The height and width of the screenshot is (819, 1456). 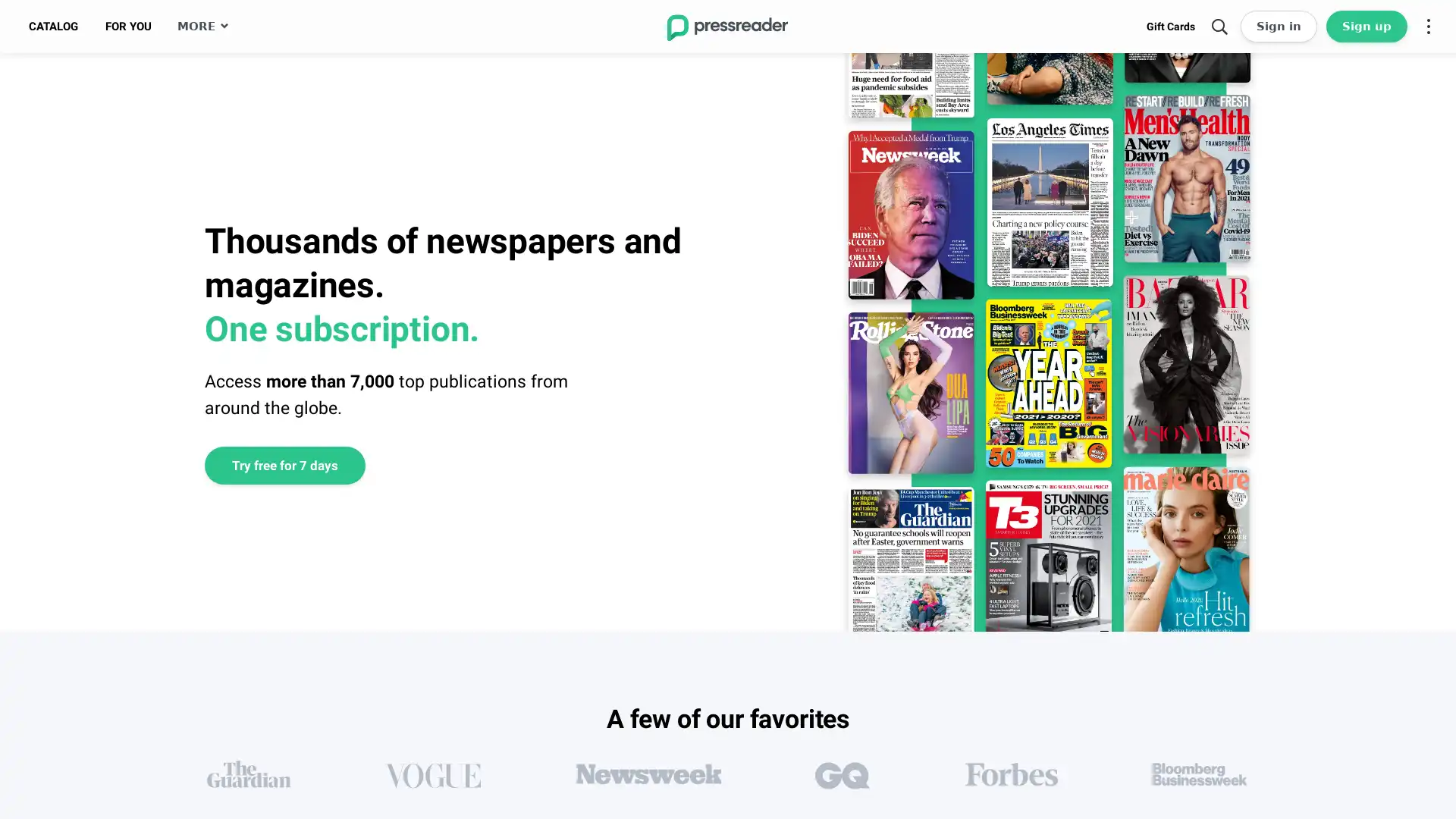 What do you see at coordinates (1278, 26) in the screenshot?
I see `Sign in` at bounding box center [1278, 26].